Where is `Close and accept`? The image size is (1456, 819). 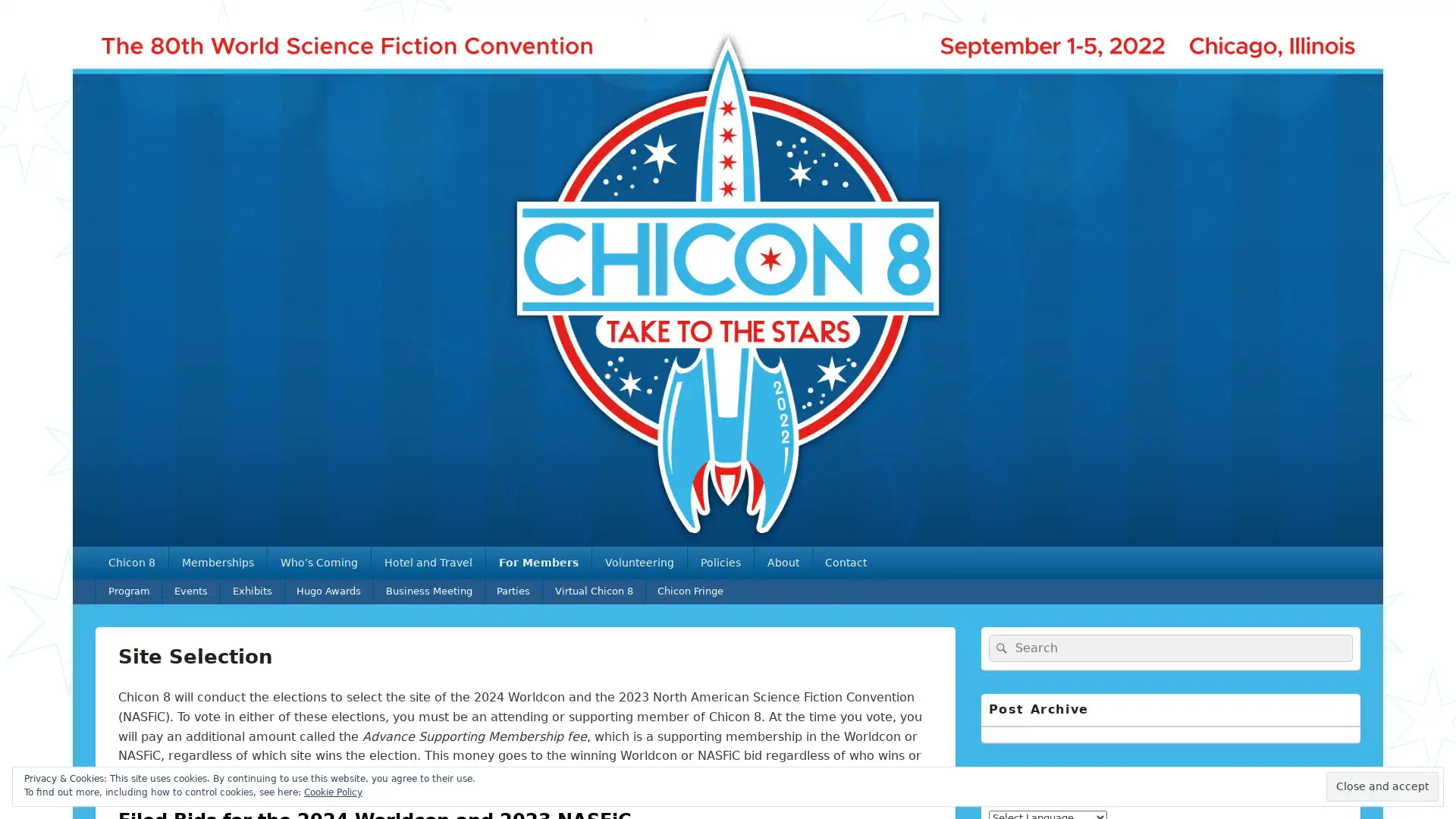 Close and accept is located at coordinates (1382, 786).